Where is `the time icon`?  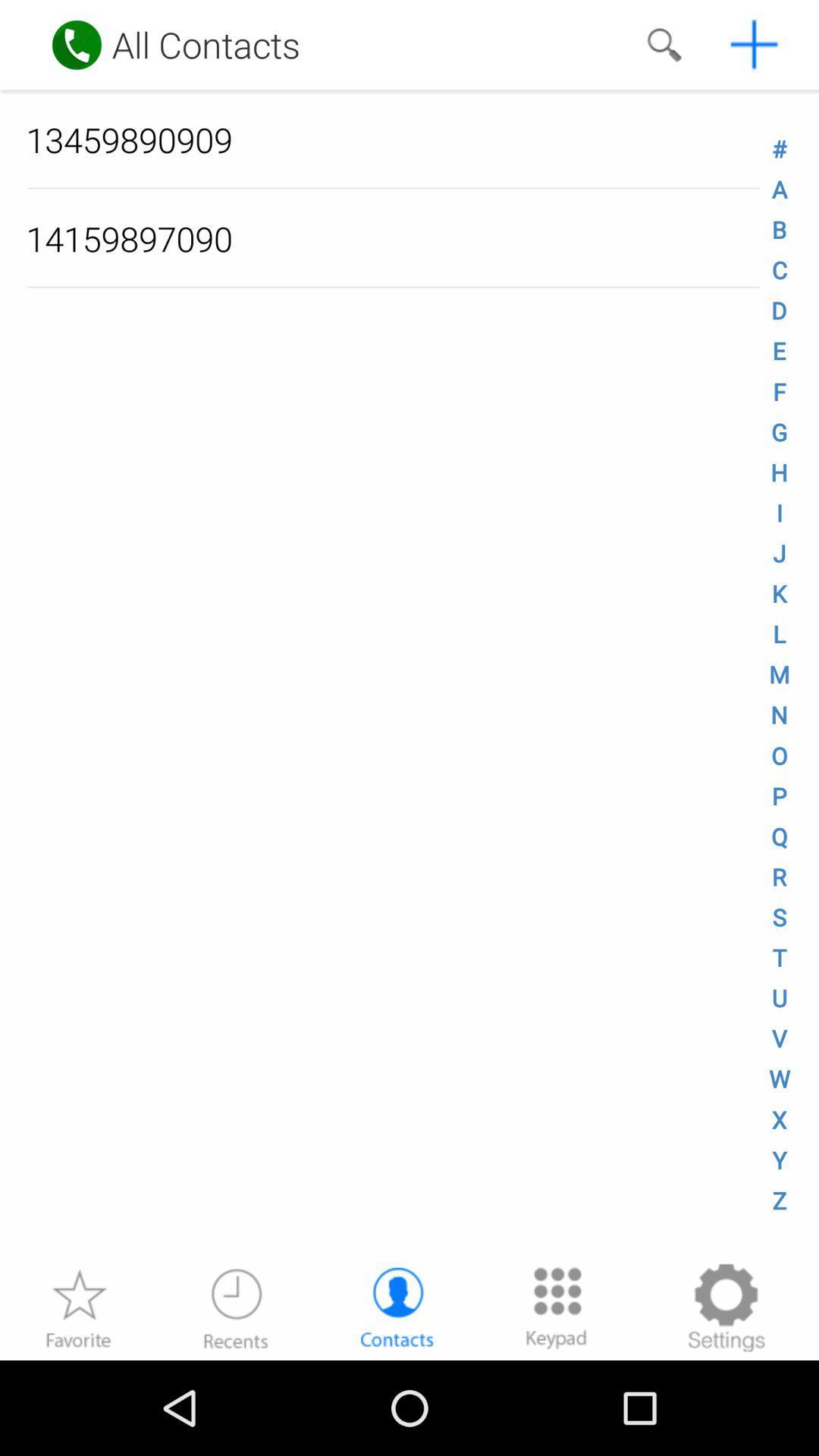 the time icon is located at coordinates (236, 1398).